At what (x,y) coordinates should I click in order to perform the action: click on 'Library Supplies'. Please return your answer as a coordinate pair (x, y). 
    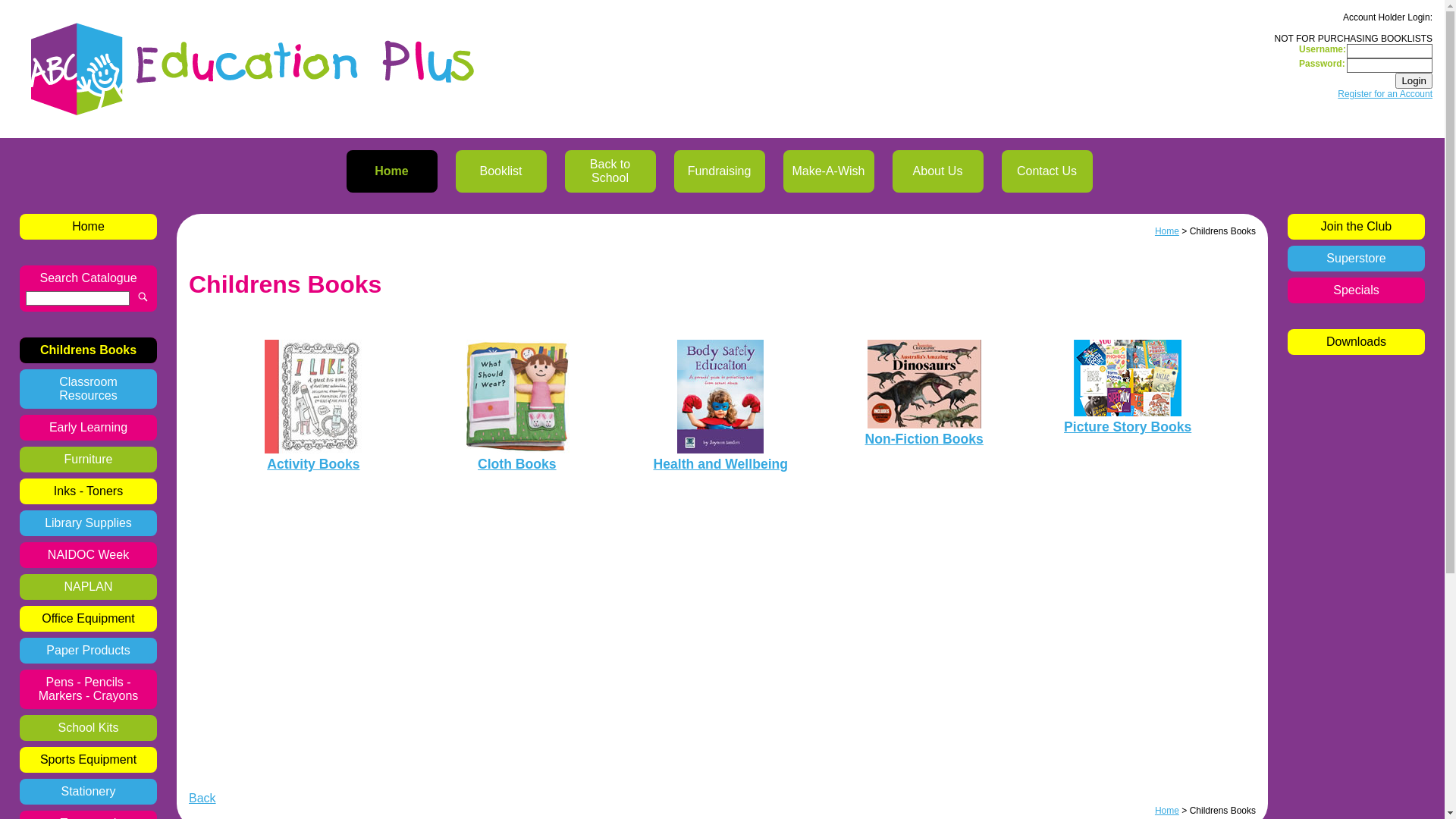
    Looking at the image, I should click on (87, 522).